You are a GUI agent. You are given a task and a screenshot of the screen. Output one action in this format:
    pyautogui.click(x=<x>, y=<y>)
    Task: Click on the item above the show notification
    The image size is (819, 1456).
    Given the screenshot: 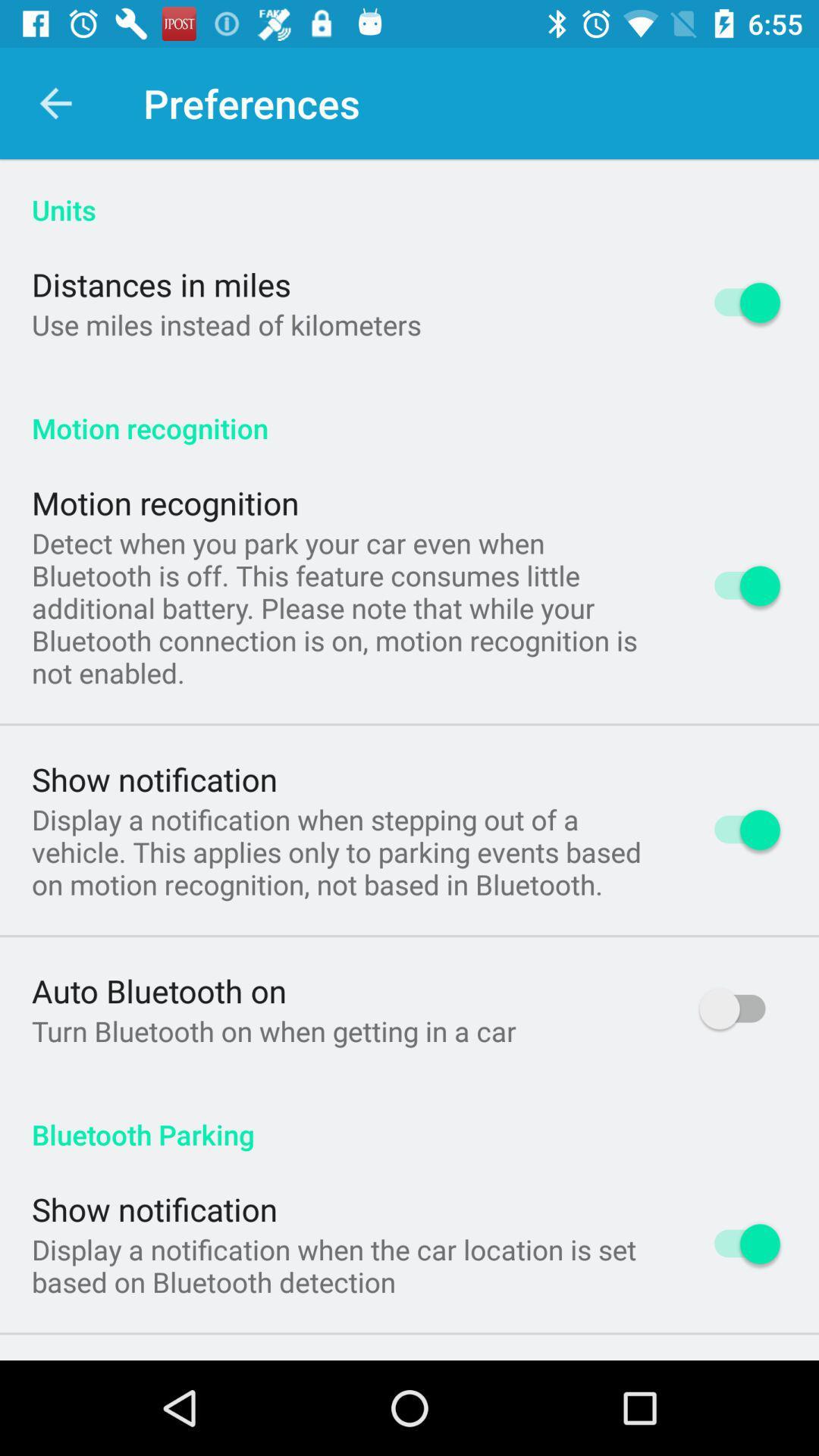 What is the action you would take?
    pyautogui.click(x=346, y=607)
    